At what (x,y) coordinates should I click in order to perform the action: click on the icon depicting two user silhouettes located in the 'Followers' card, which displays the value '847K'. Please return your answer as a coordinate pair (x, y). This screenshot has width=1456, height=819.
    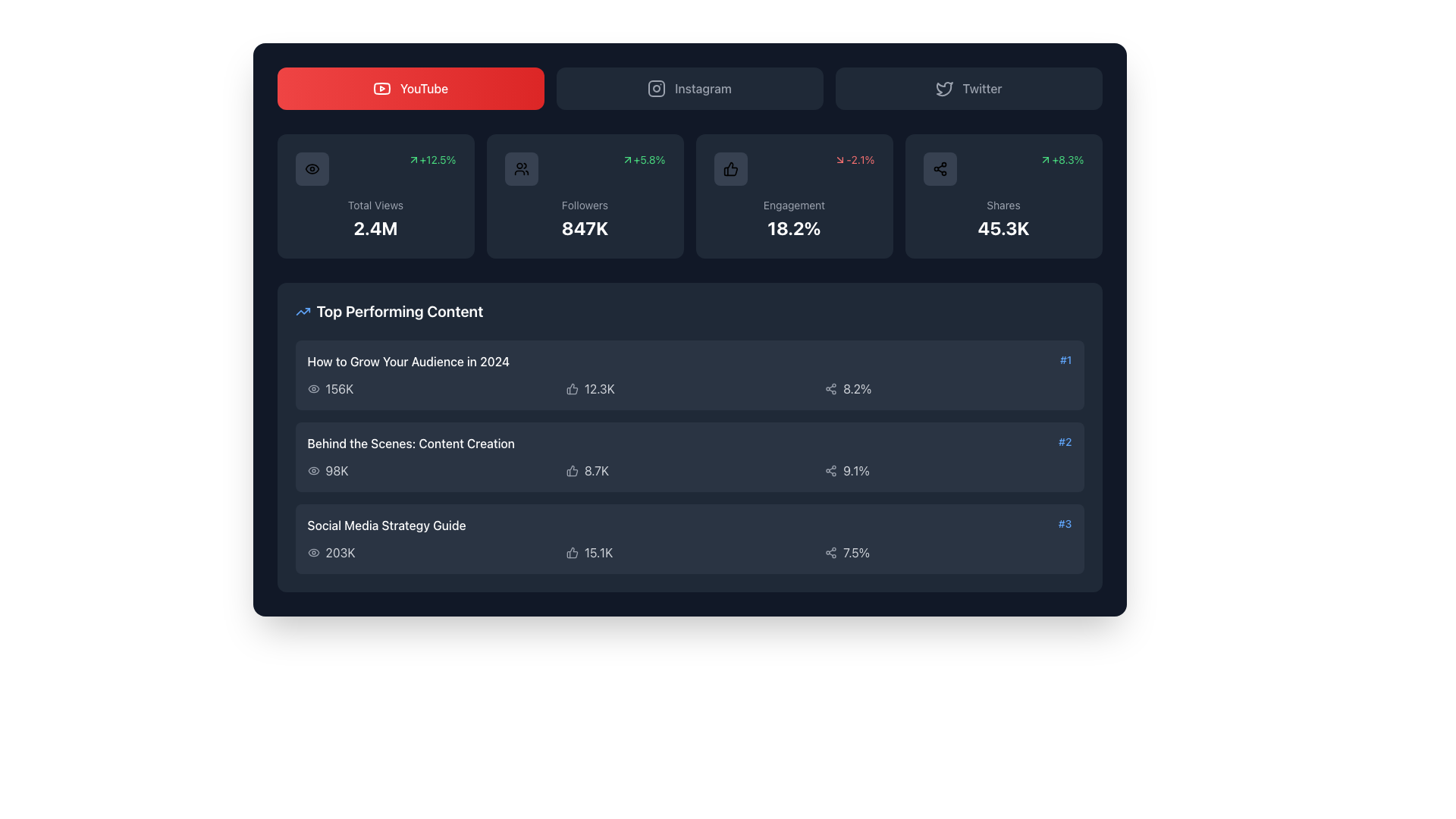
    Looking at the image, I should click on (521, 169).